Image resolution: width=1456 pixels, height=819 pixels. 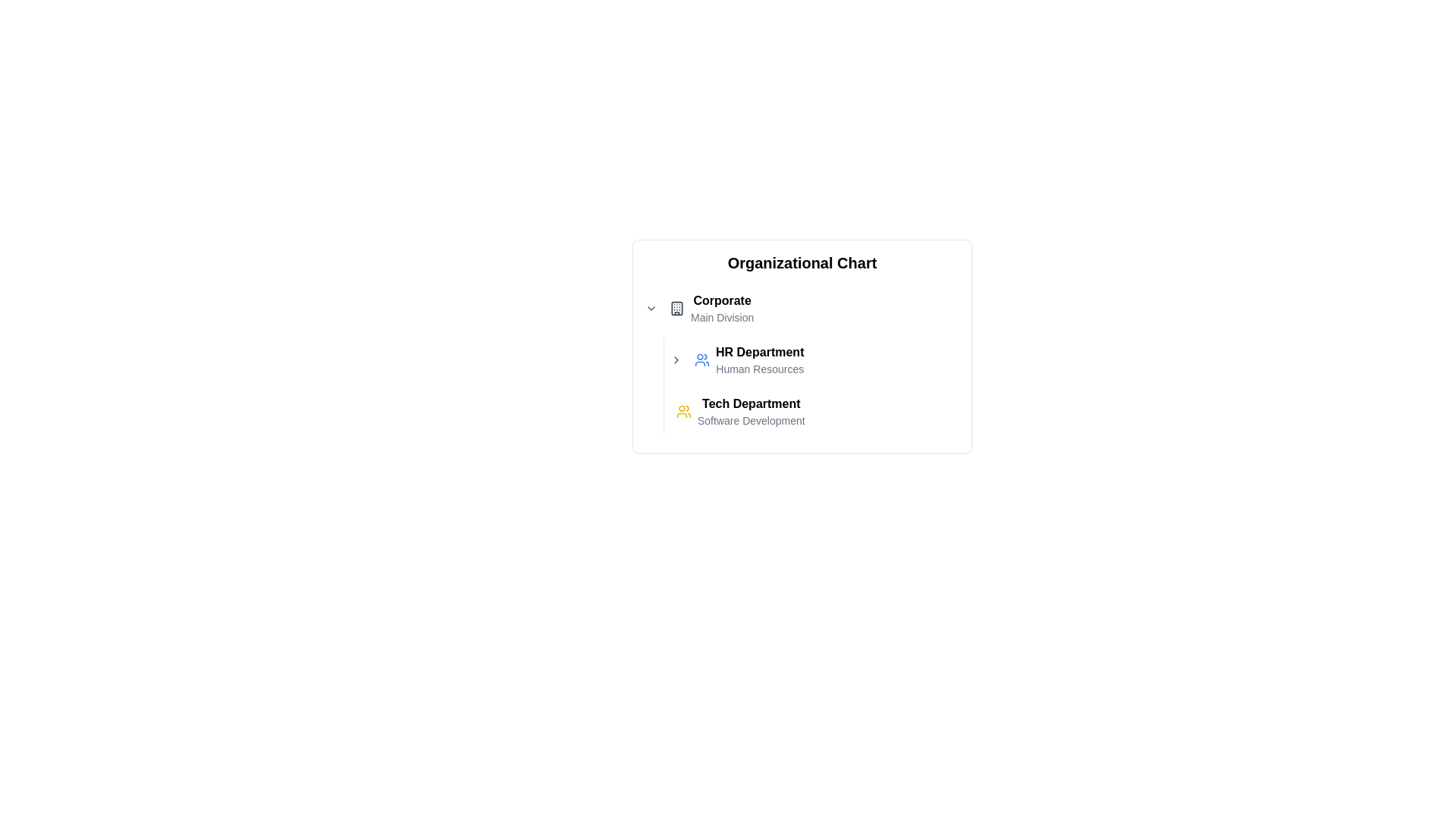 I want to click on the interactive button located to the left of the 'HR Department' text and directly below the 'Corporate' section in the organizational chart layout, so click(x=676, y=359).